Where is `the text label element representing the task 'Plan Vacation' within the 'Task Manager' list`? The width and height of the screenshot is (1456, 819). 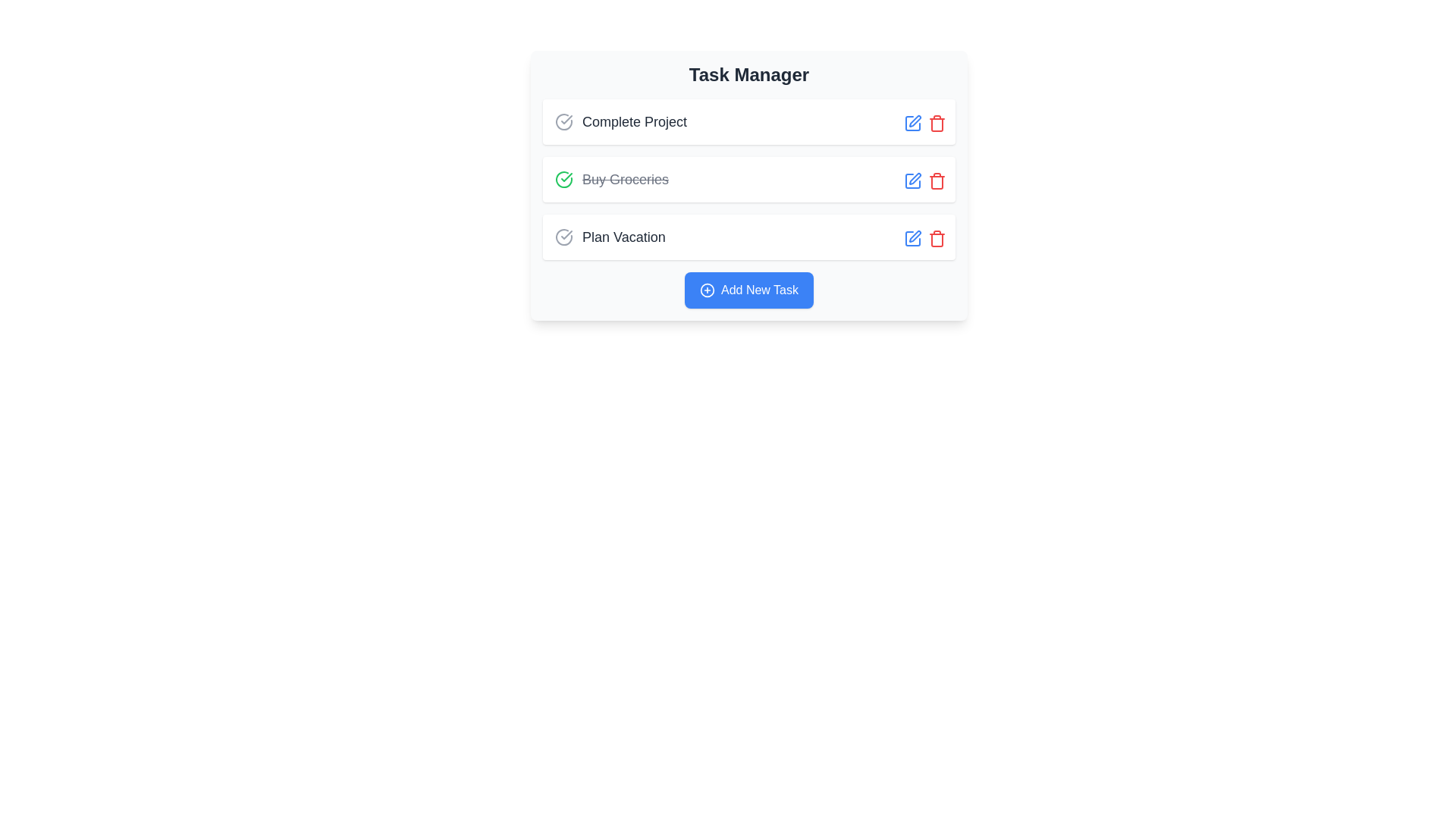 the text label element representing the task 'Plan Vacation' within the 'Task Manager' list is located at coordinates (623, 237).